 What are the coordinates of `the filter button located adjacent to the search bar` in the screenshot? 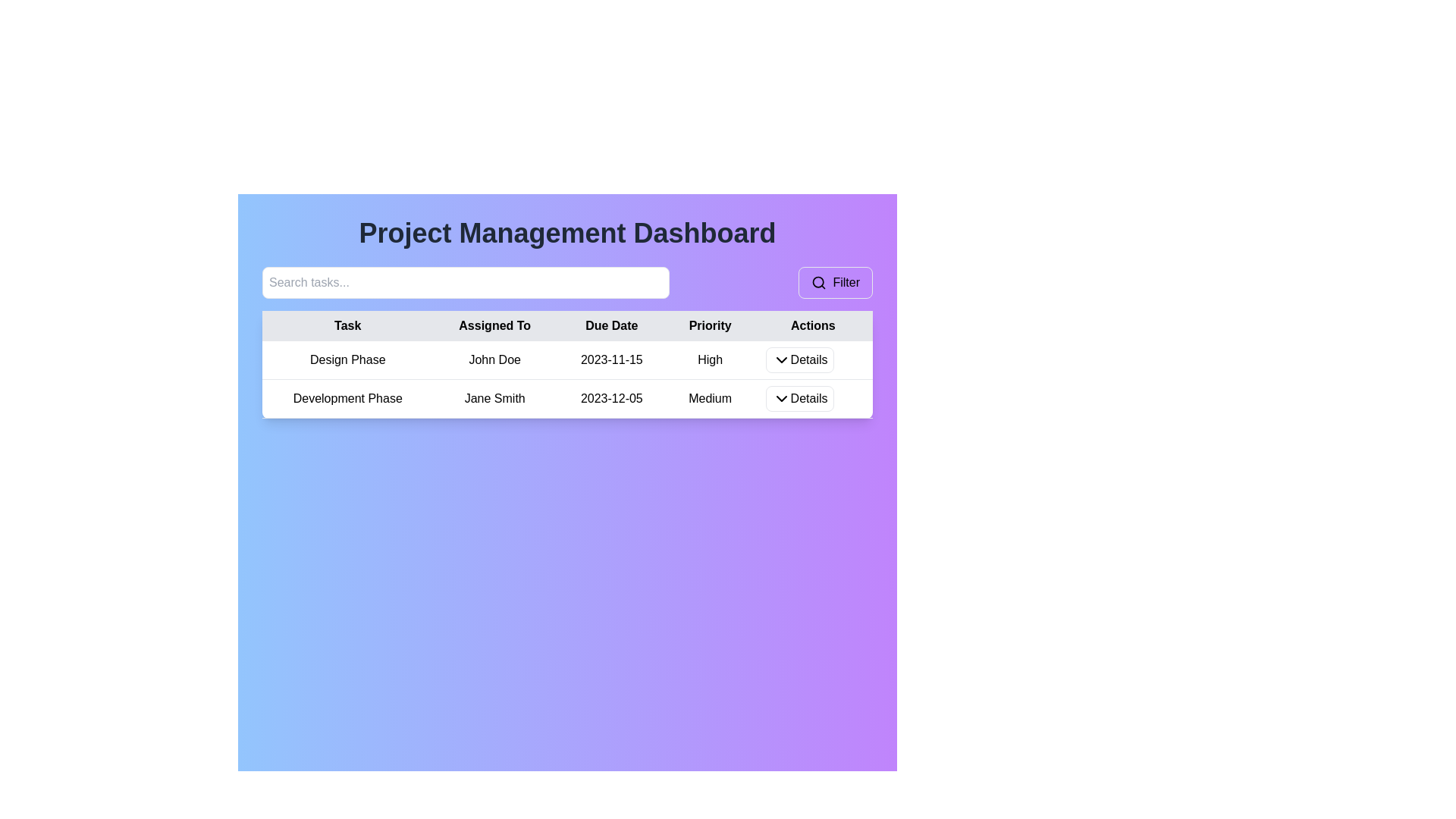 It's located at (835, 283).